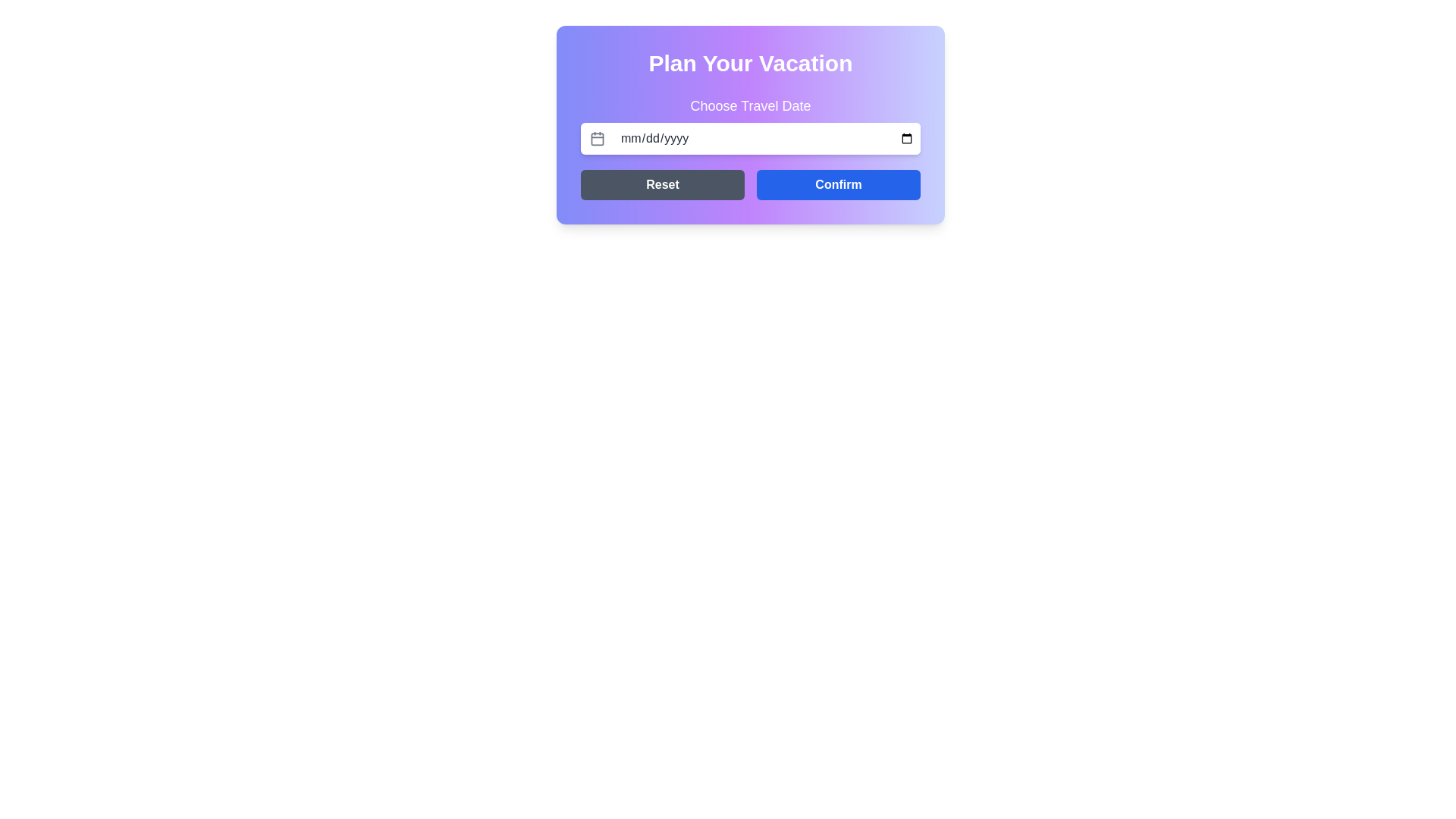 The width and height of the screenshot is (1456, 819). Describe the element at coordinates (596, 138) in the screenshot. I see `the calendar component element located to the right of the date input field` at that location.